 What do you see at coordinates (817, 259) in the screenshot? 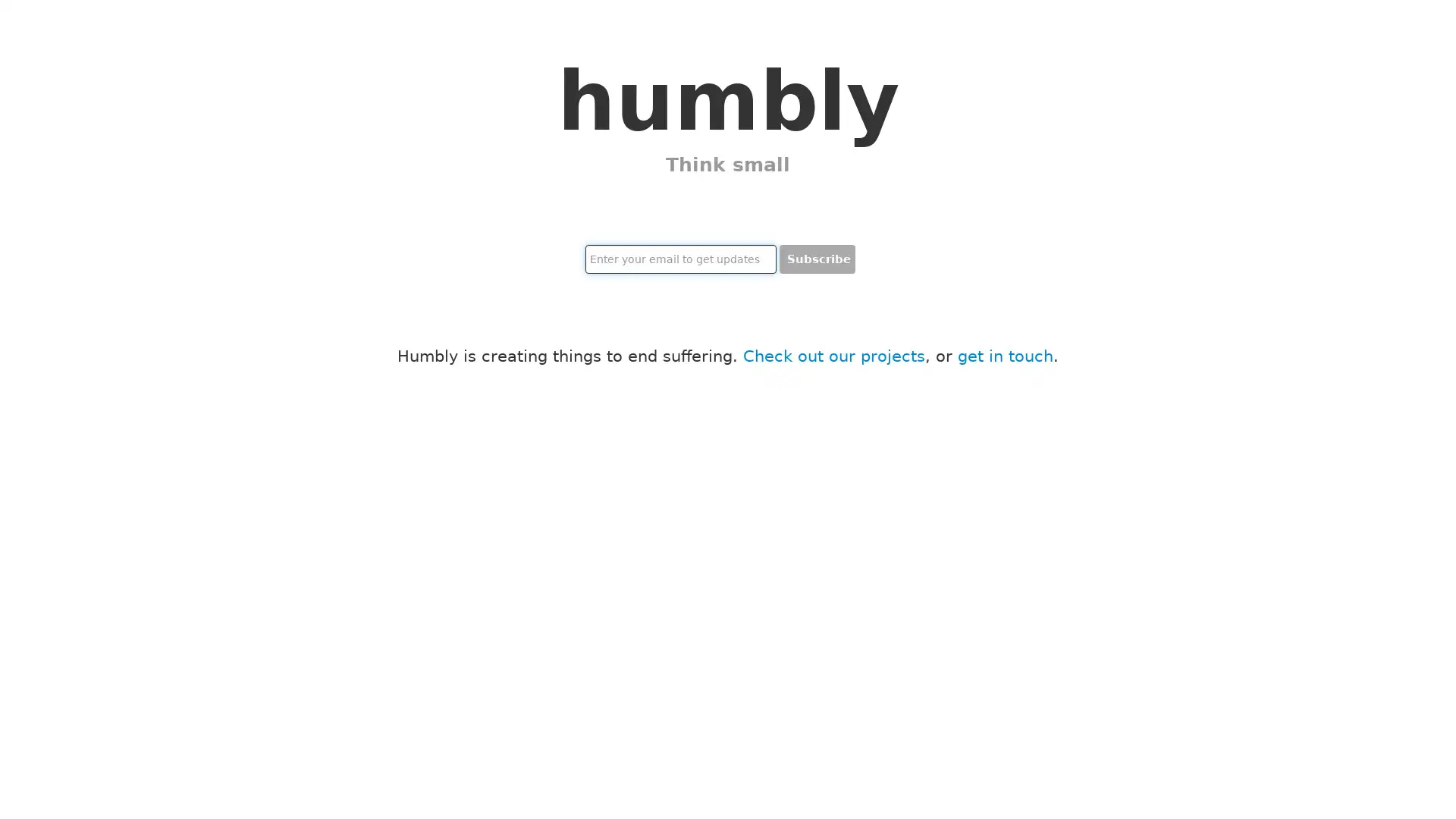
I see `Subscribe` at bounding box center [817, 259].